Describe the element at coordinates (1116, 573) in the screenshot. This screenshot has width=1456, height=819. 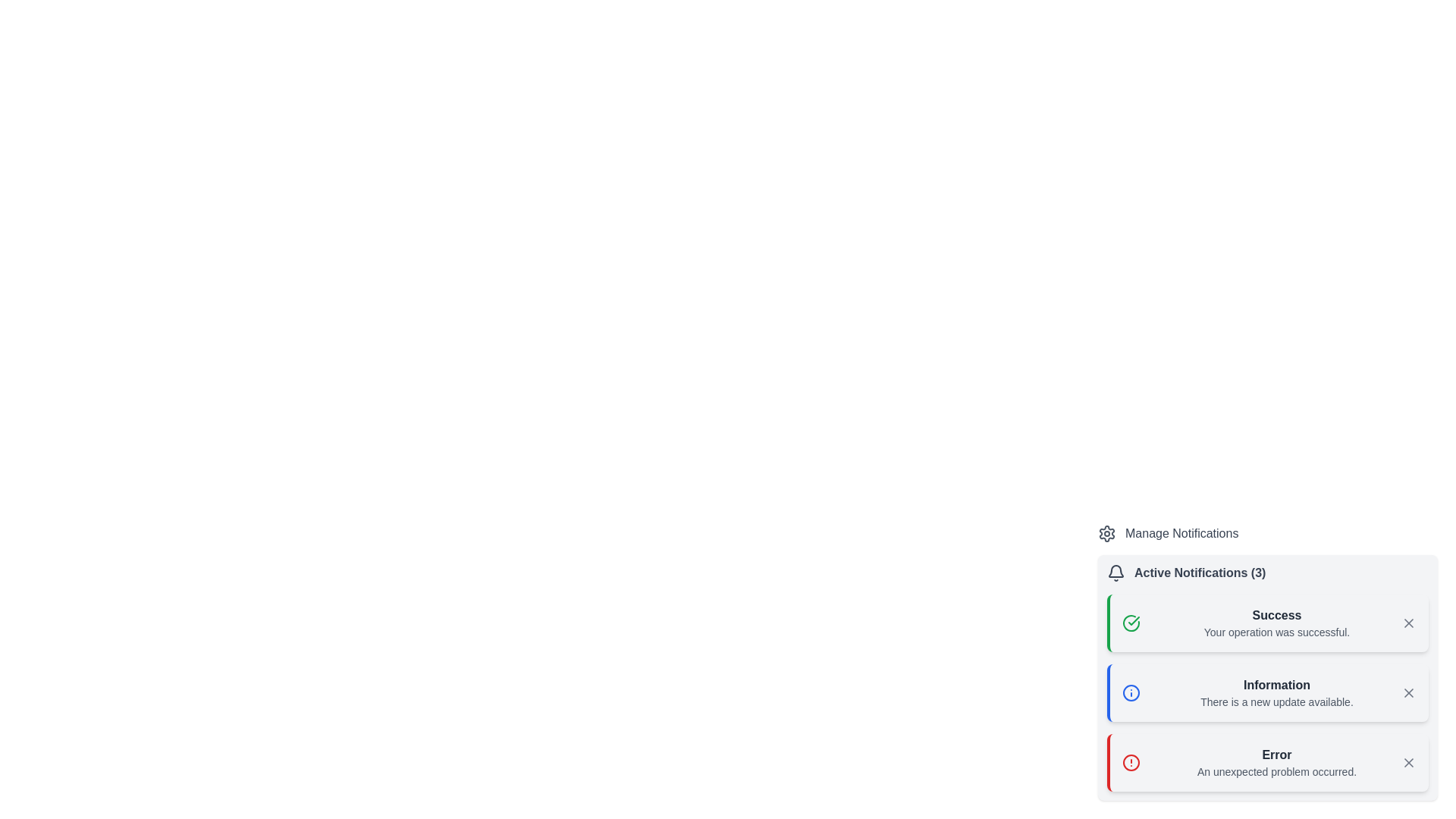
I see `the leftmost notification icon that indicates the activity or status of notifications in the interface` at that location.